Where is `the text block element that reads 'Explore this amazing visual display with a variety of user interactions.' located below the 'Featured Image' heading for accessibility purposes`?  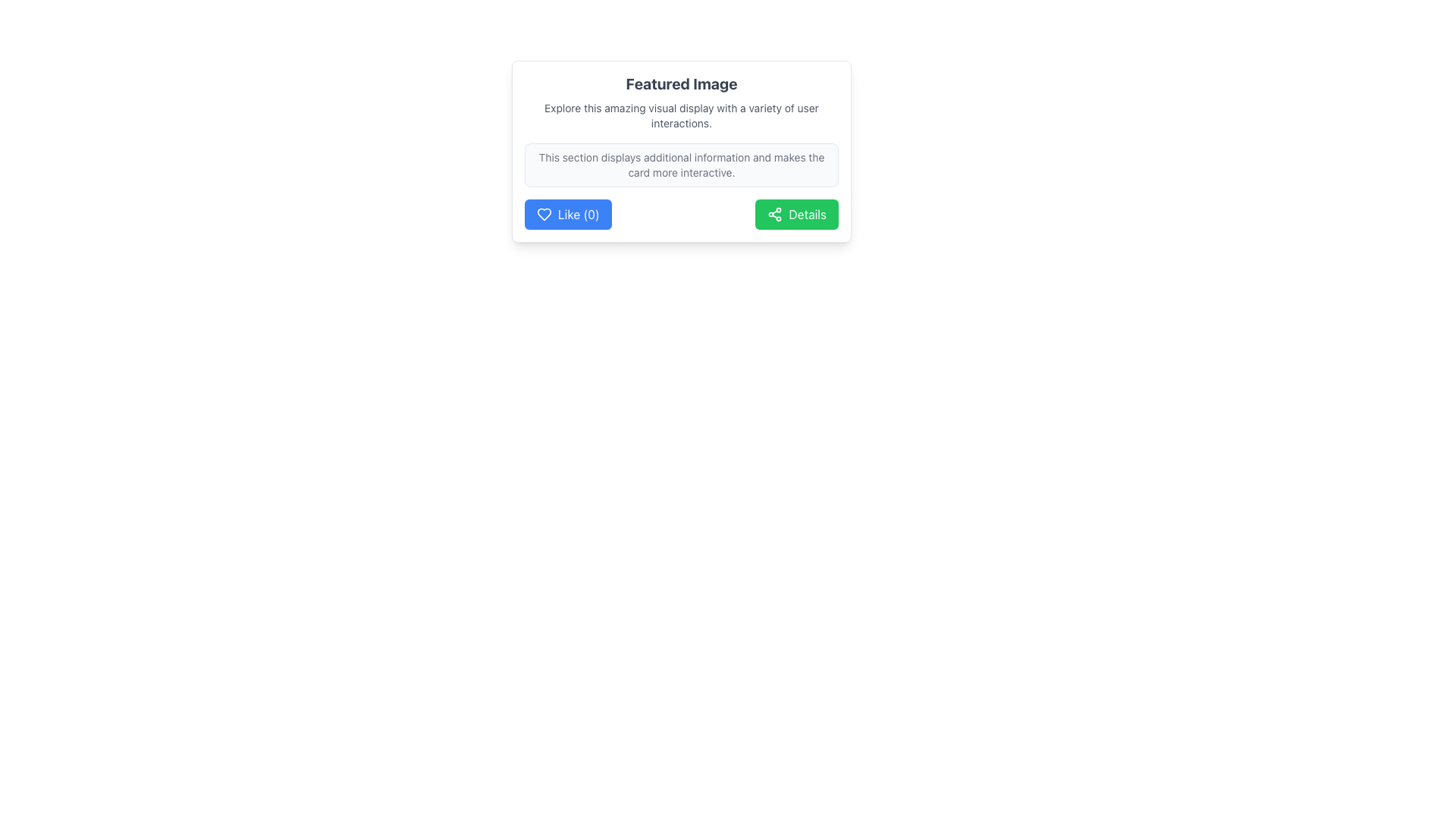
the text block element that reads 'Explore this amazing visual display with a variety of user interactions.' located below the 'Featured Image' heading for accessibility purposes is located at coordinates (680, 115).